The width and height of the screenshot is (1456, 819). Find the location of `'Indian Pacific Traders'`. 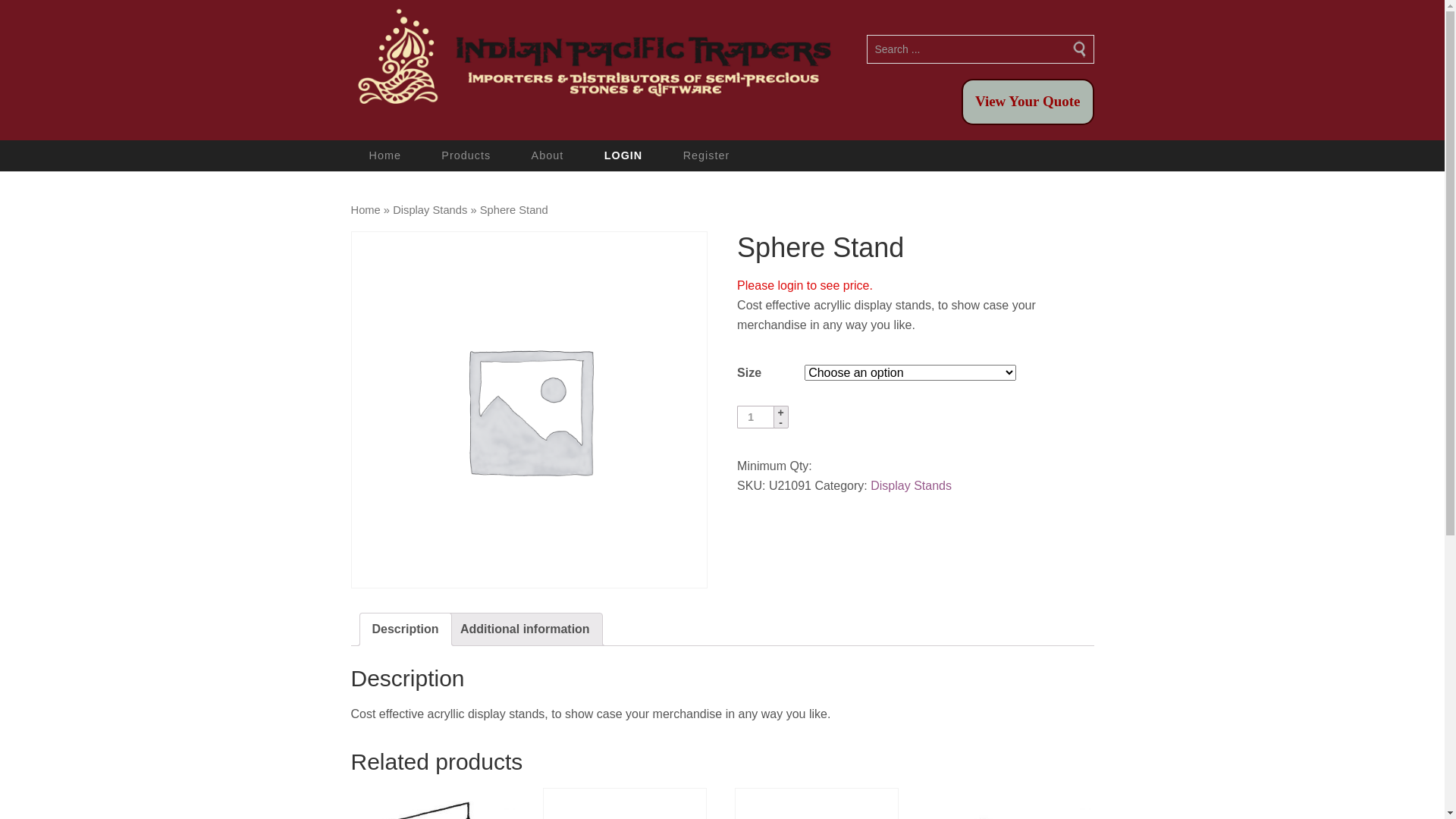

'Indian Pacific Traders' is located at coordinates (591, 60).